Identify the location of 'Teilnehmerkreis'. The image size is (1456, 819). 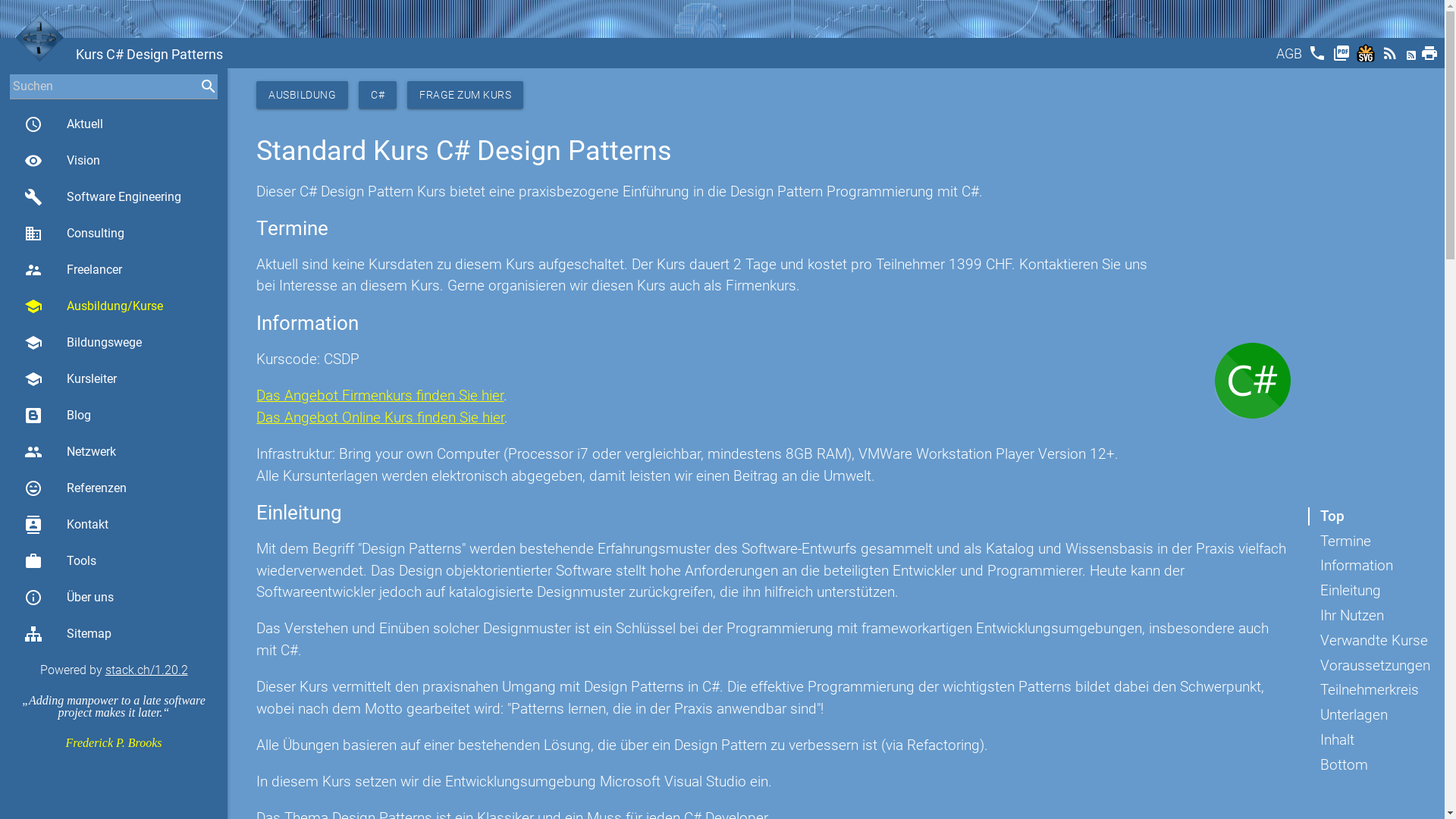
(1363, 690).